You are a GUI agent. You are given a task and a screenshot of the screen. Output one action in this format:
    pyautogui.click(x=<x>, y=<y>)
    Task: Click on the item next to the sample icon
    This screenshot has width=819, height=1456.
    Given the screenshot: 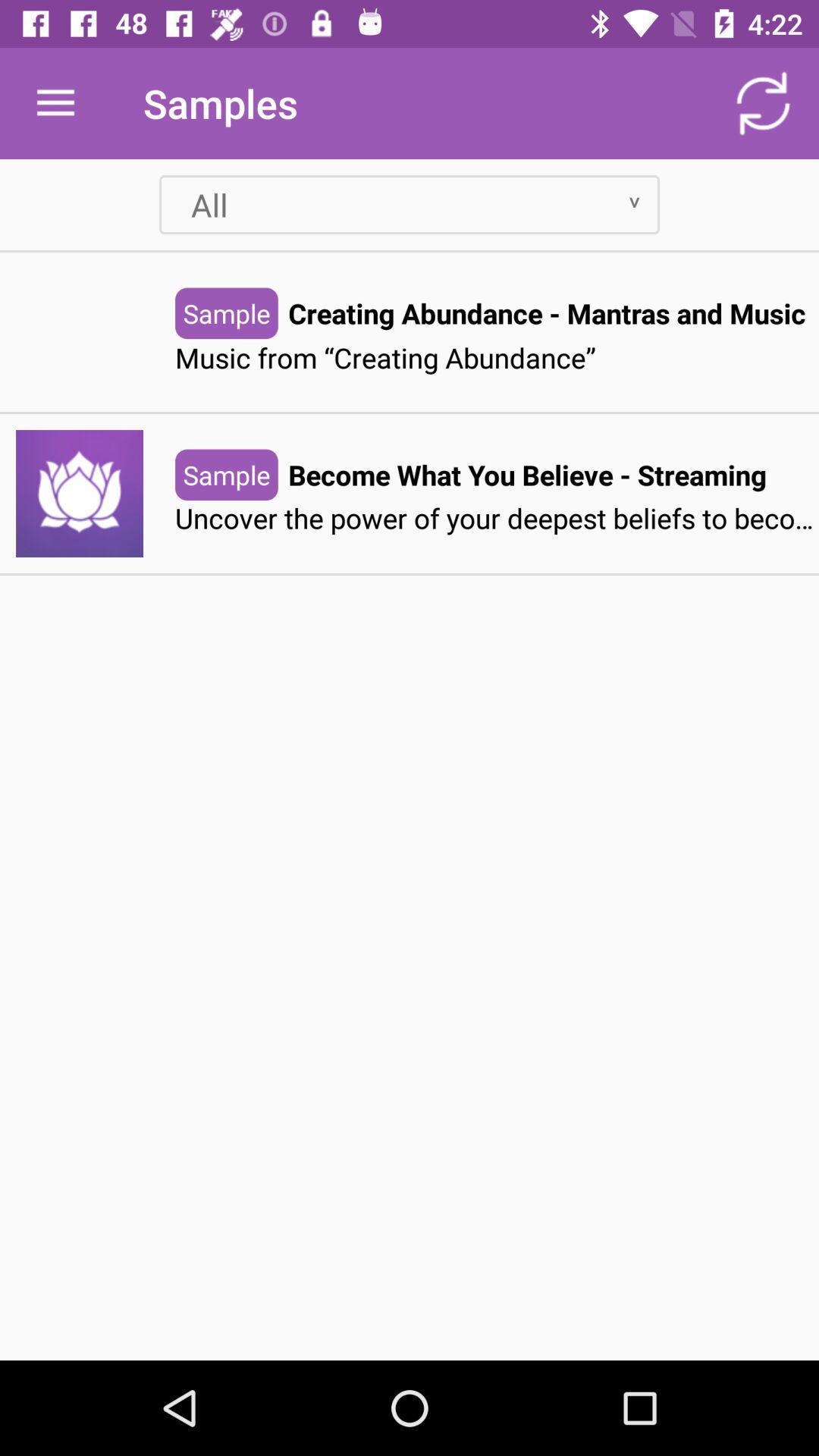 What is the action you would take?
    pyautogui.click(x=526, y=474)
    